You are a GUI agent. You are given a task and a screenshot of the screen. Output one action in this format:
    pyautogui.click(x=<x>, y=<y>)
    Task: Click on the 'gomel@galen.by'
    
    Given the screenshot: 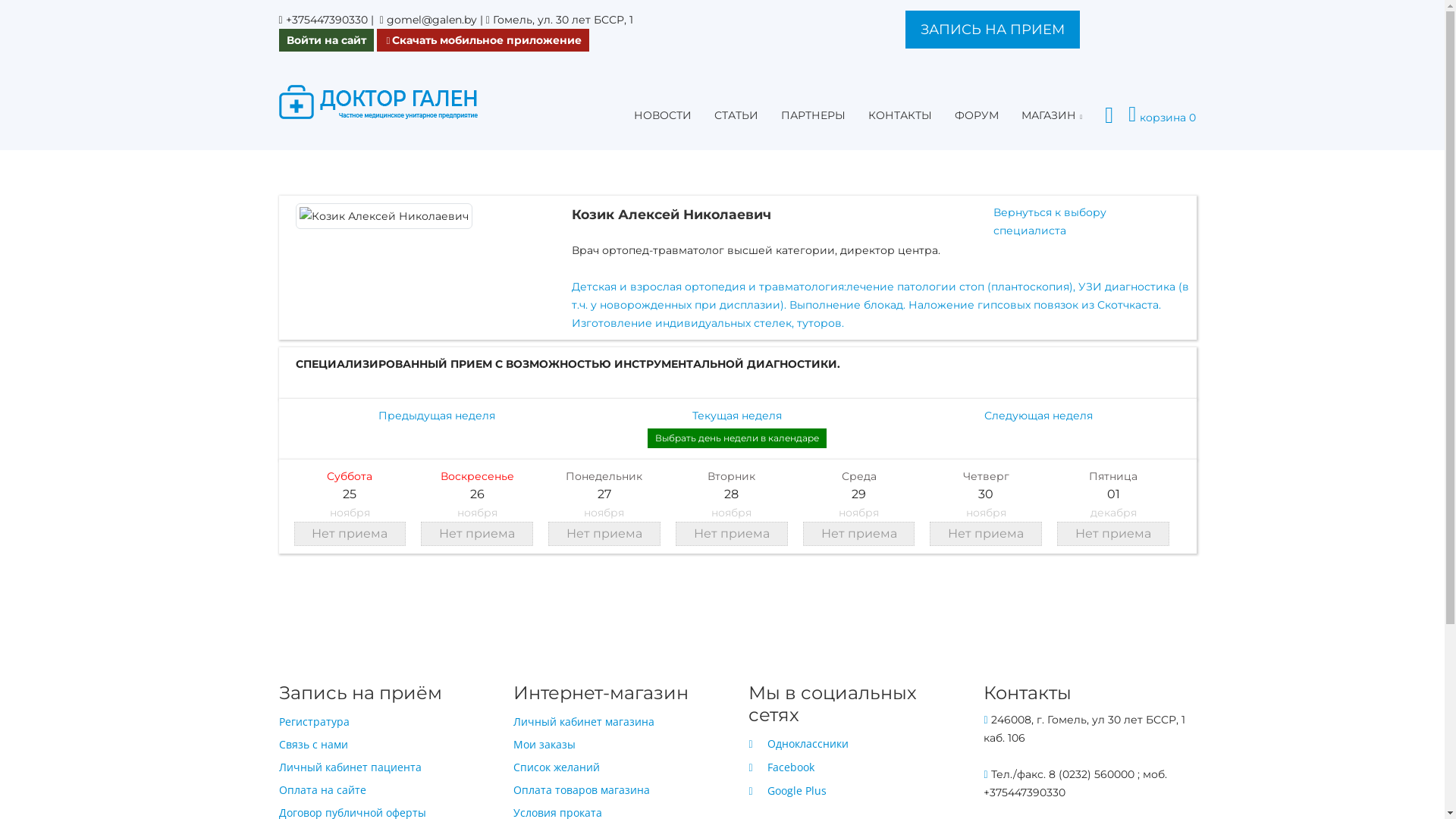 What is the action you would take?
    pyautogui.click(x=386, y=20)
    